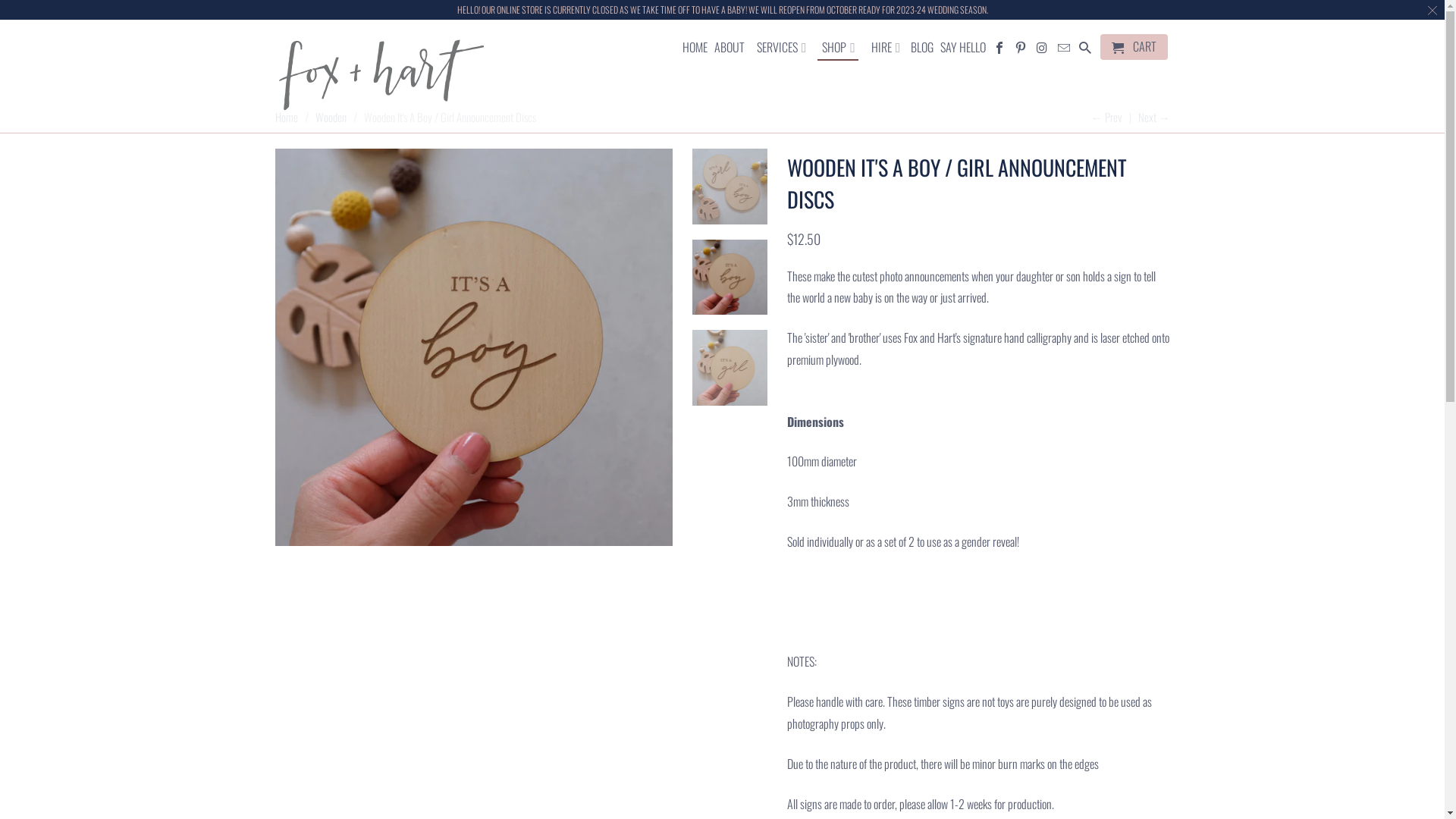 The width and height of the screenshot is (1456, 819). I want to click on 'Fox and Hart on Pinterest', so click(1021, 49).